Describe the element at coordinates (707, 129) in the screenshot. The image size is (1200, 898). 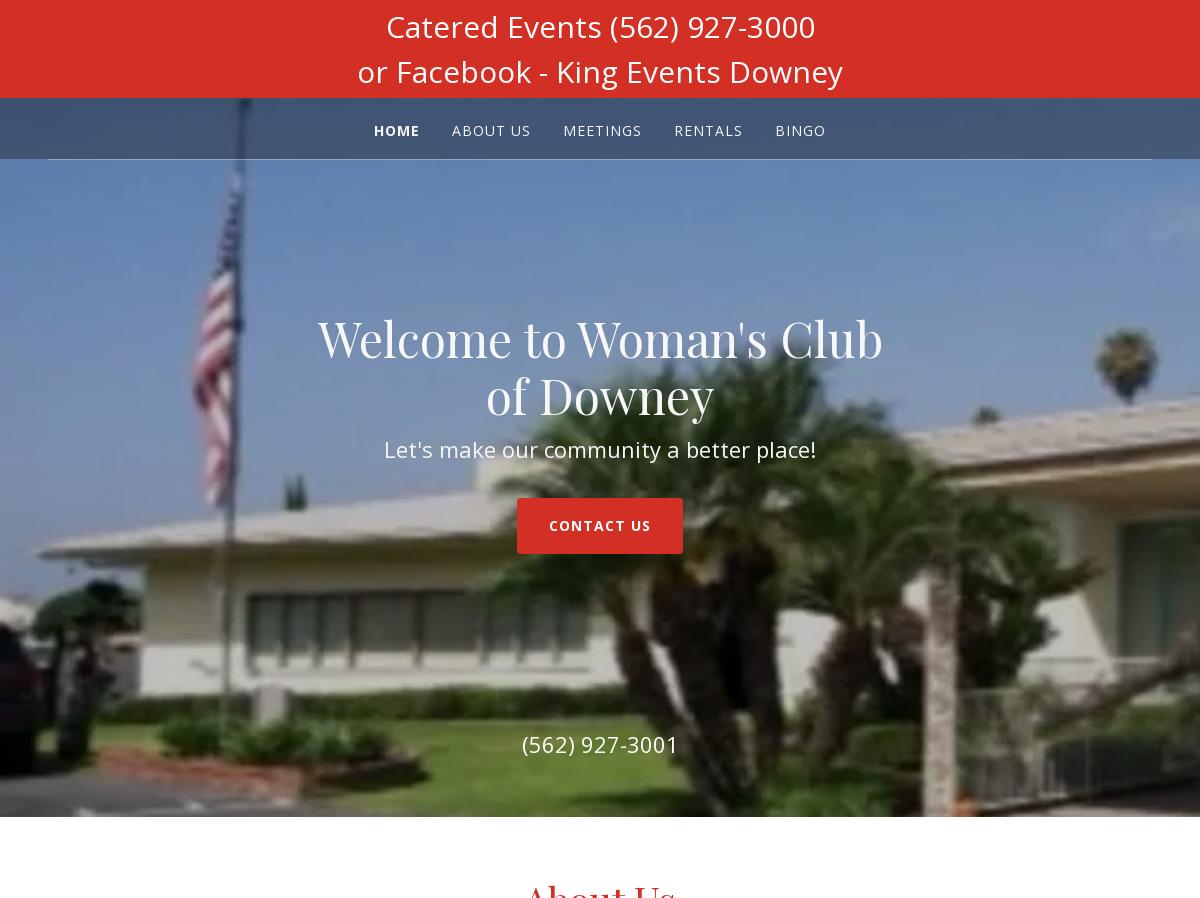
I see `'Rentals'` at that location.